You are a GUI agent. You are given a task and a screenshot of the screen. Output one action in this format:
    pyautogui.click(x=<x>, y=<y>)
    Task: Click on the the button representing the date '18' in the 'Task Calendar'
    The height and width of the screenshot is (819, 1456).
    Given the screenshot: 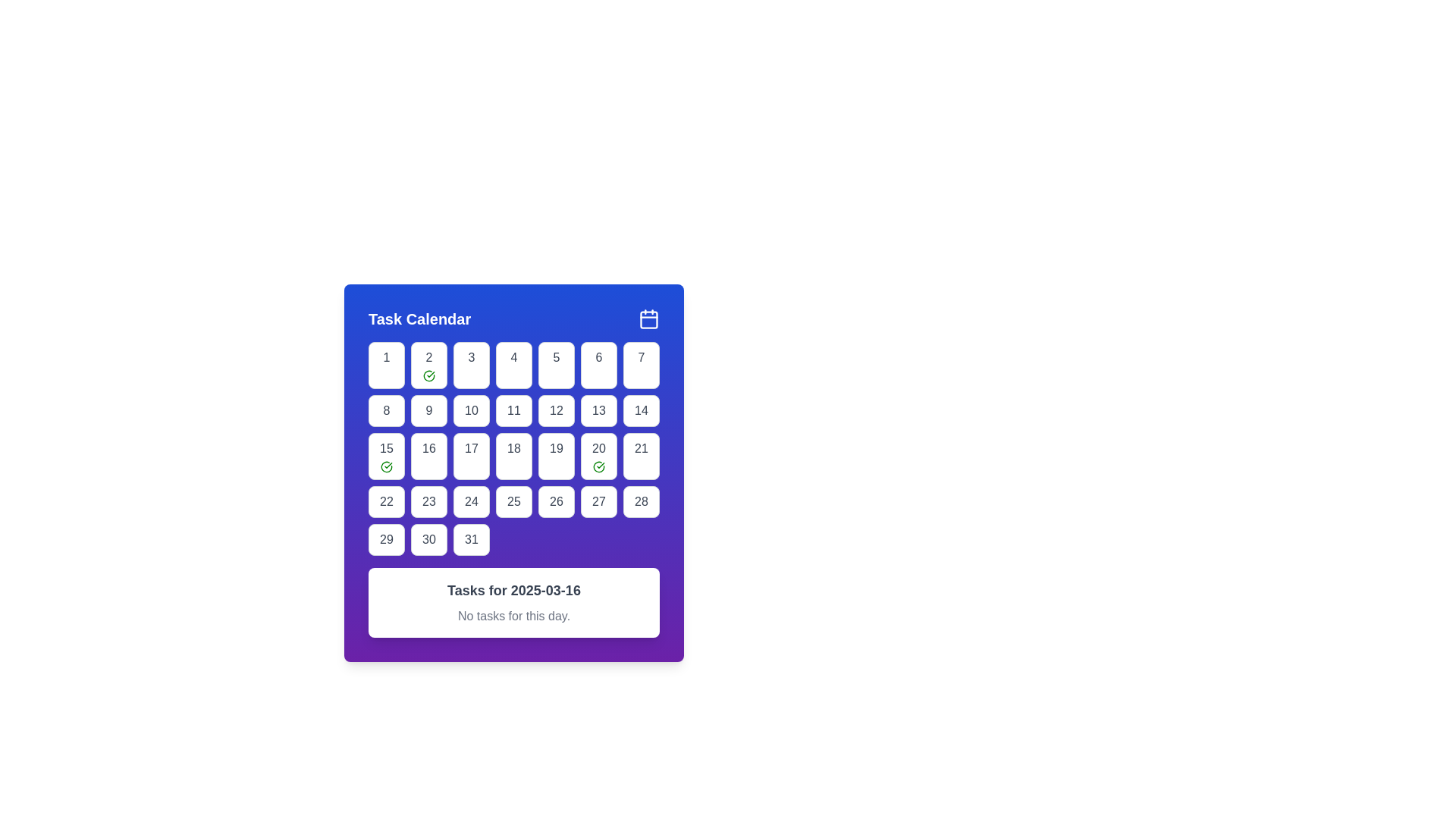 What is the action you would take?
    pyautogui.click(x=513, y=455)
    